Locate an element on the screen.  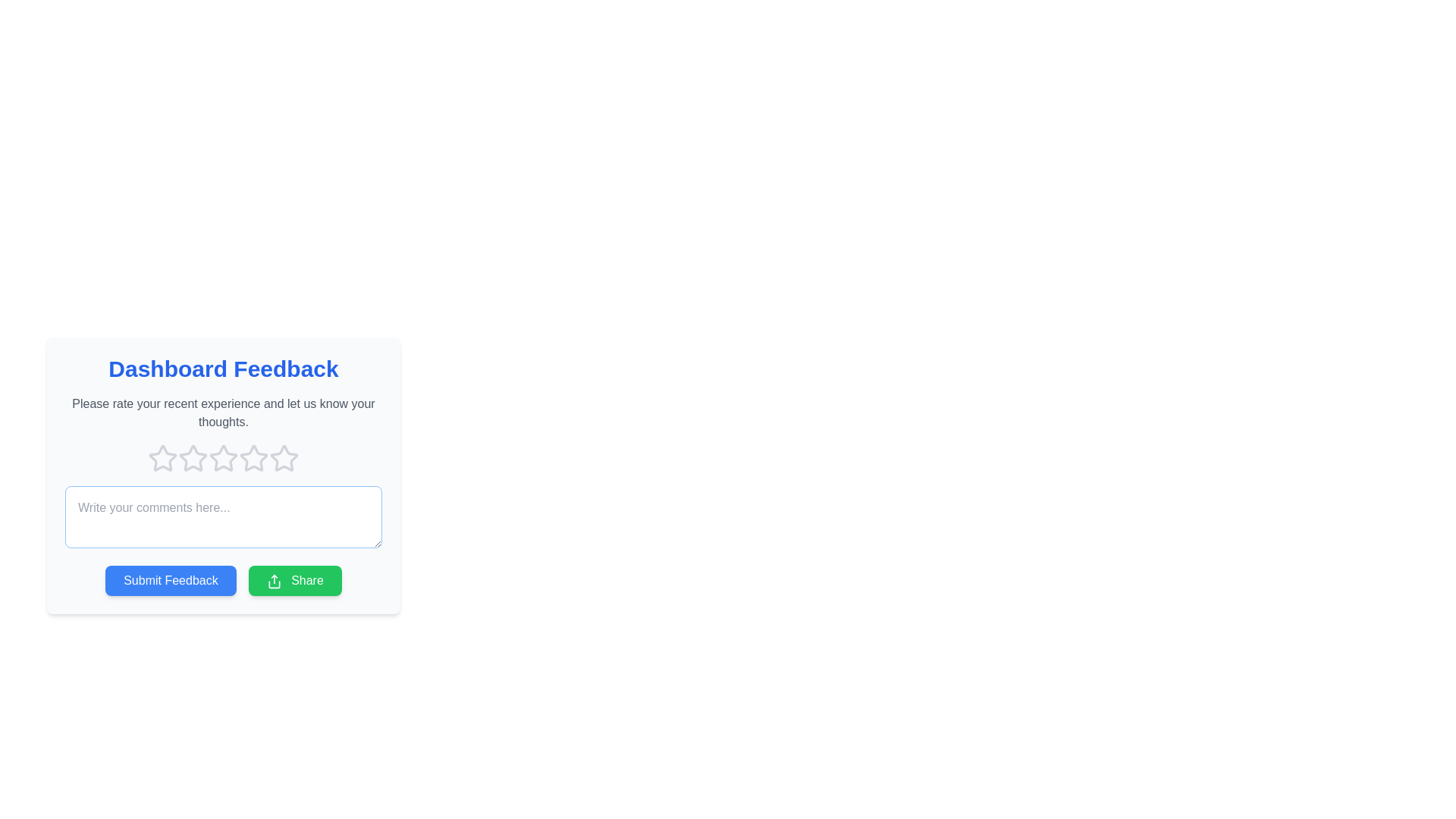
the five-star rating component located below the feedback prompt is located at coordinates (222, 475).